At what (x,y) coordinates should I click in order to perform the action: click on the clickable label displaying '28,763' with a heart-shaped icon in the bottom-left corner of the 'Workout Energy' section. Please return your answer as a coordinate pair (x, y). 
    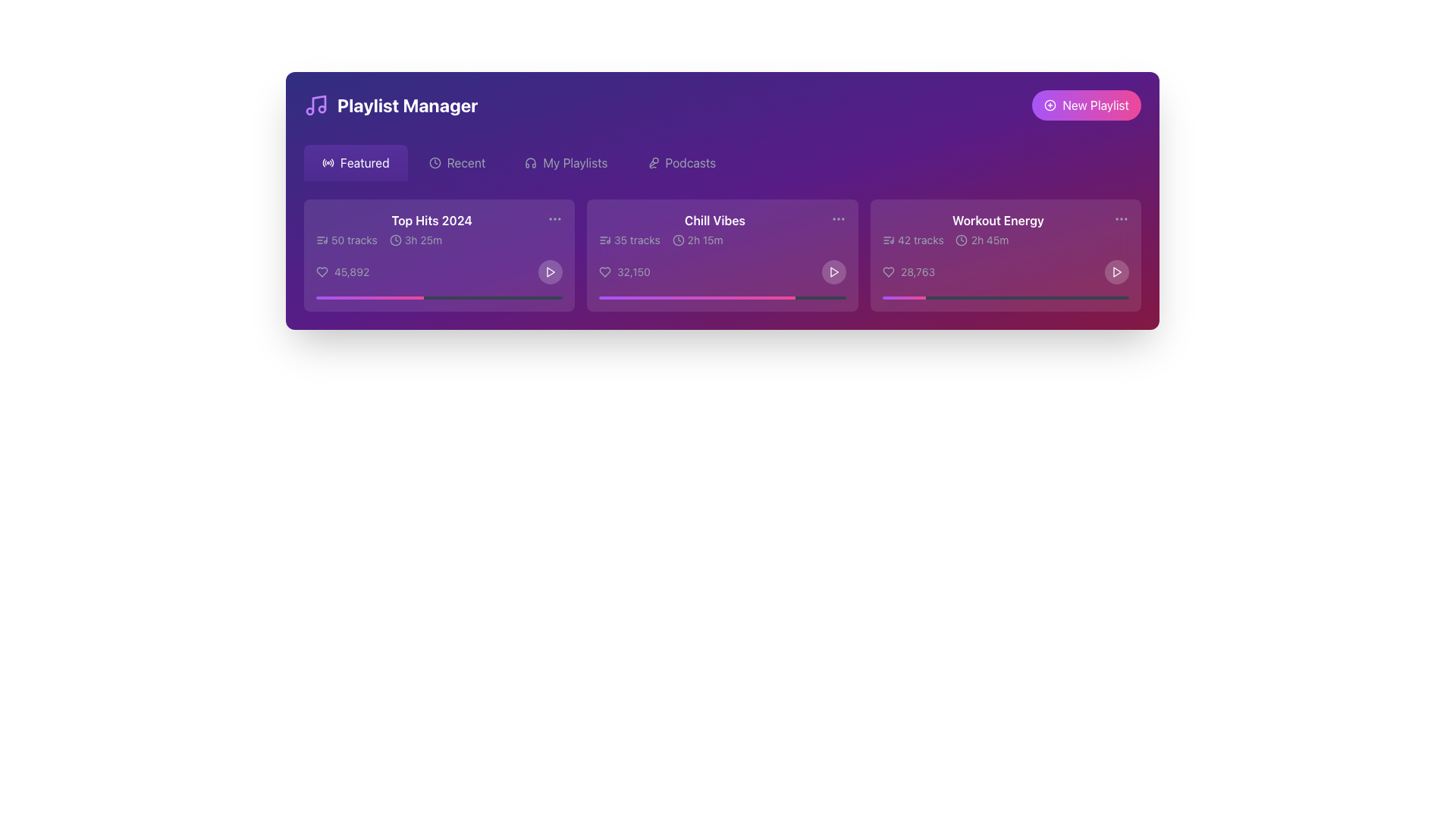
    Looking at the image, I should click on (908, 271).